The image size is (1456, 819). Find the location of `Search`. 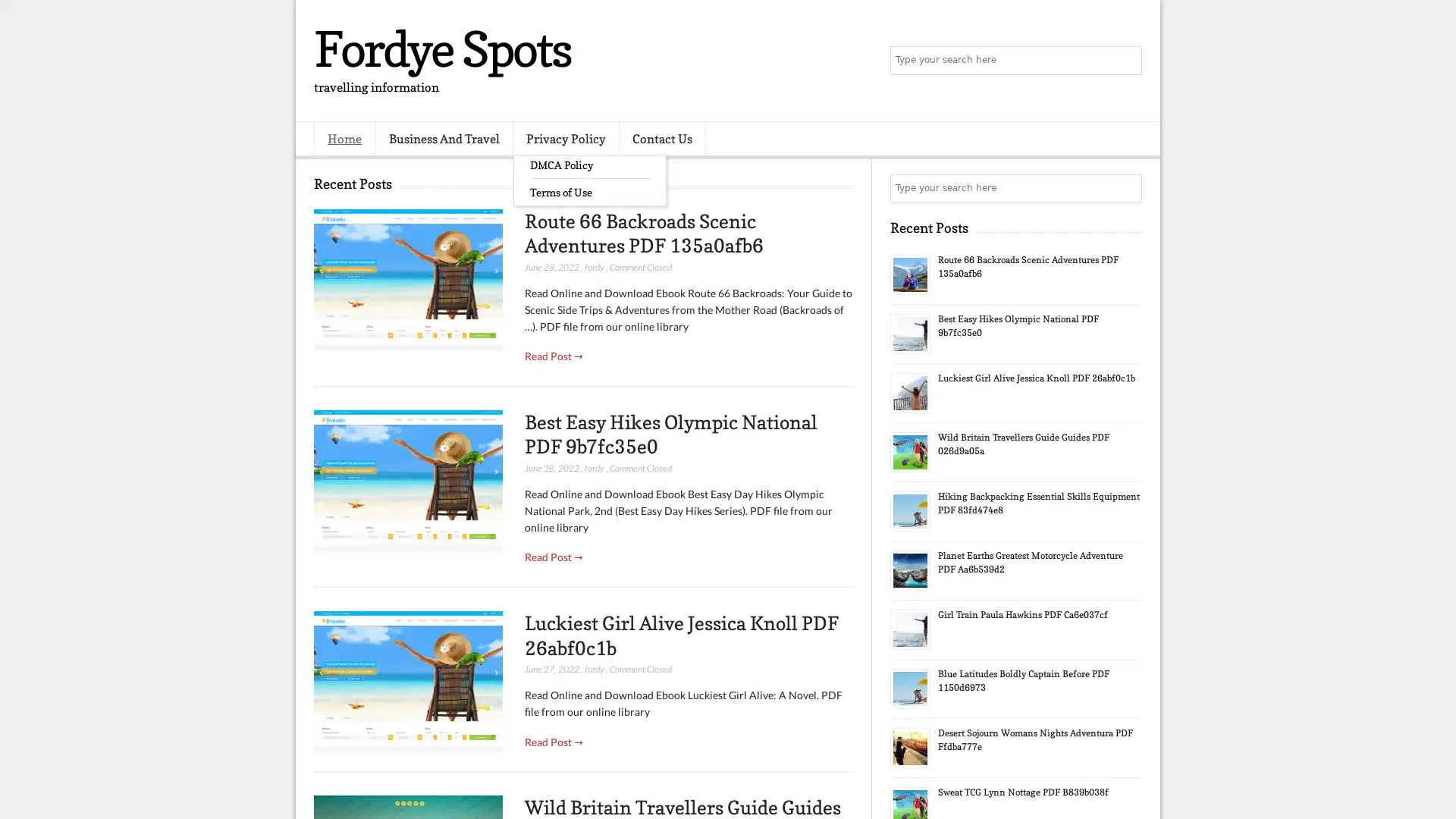

Search is located at coordinates (1126, 61).